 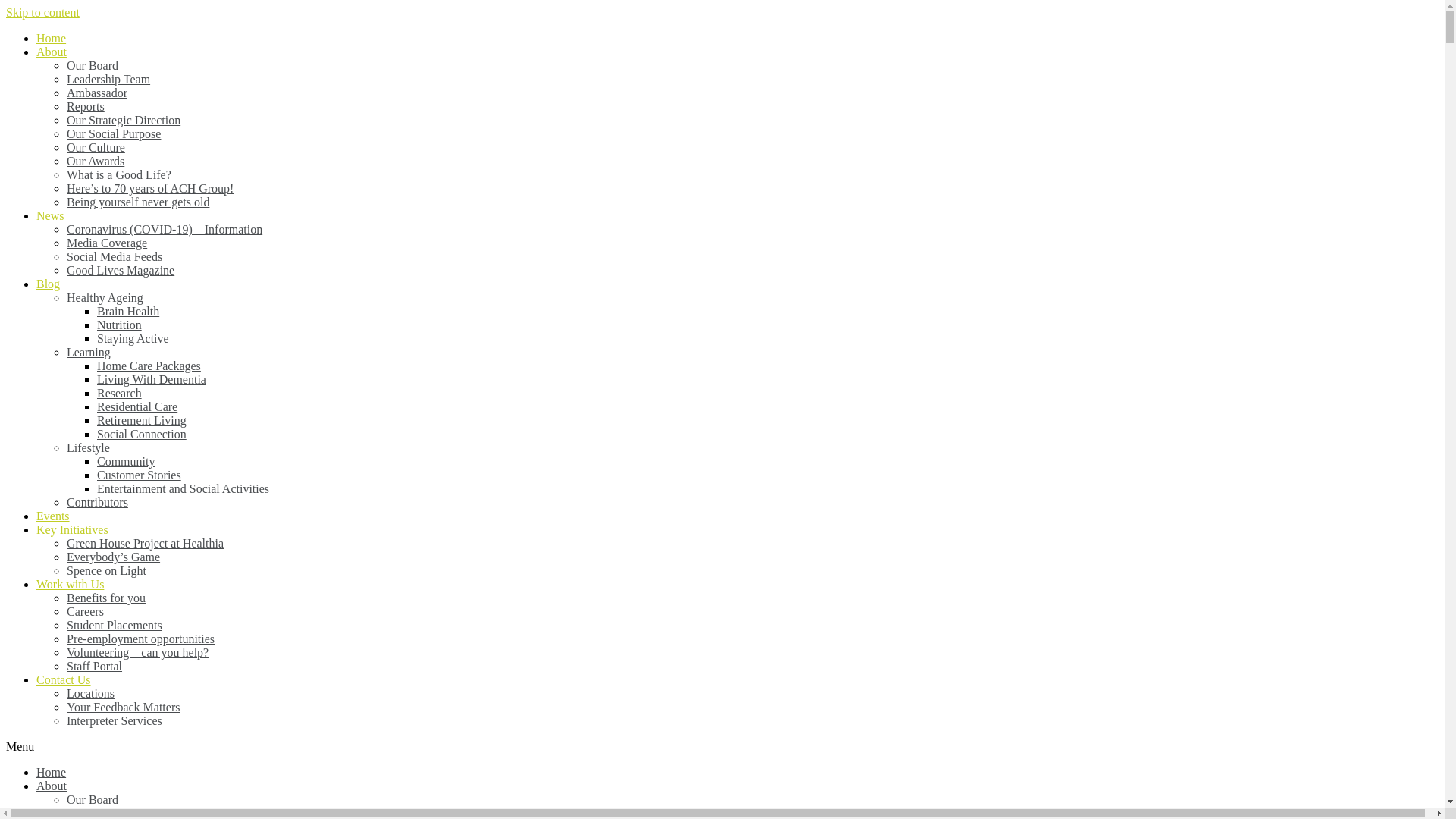 What do you see at coordinates (138, 201) in the screenshot?
I see `'Being yourself never gets old'` at bounding box center [138, 201].